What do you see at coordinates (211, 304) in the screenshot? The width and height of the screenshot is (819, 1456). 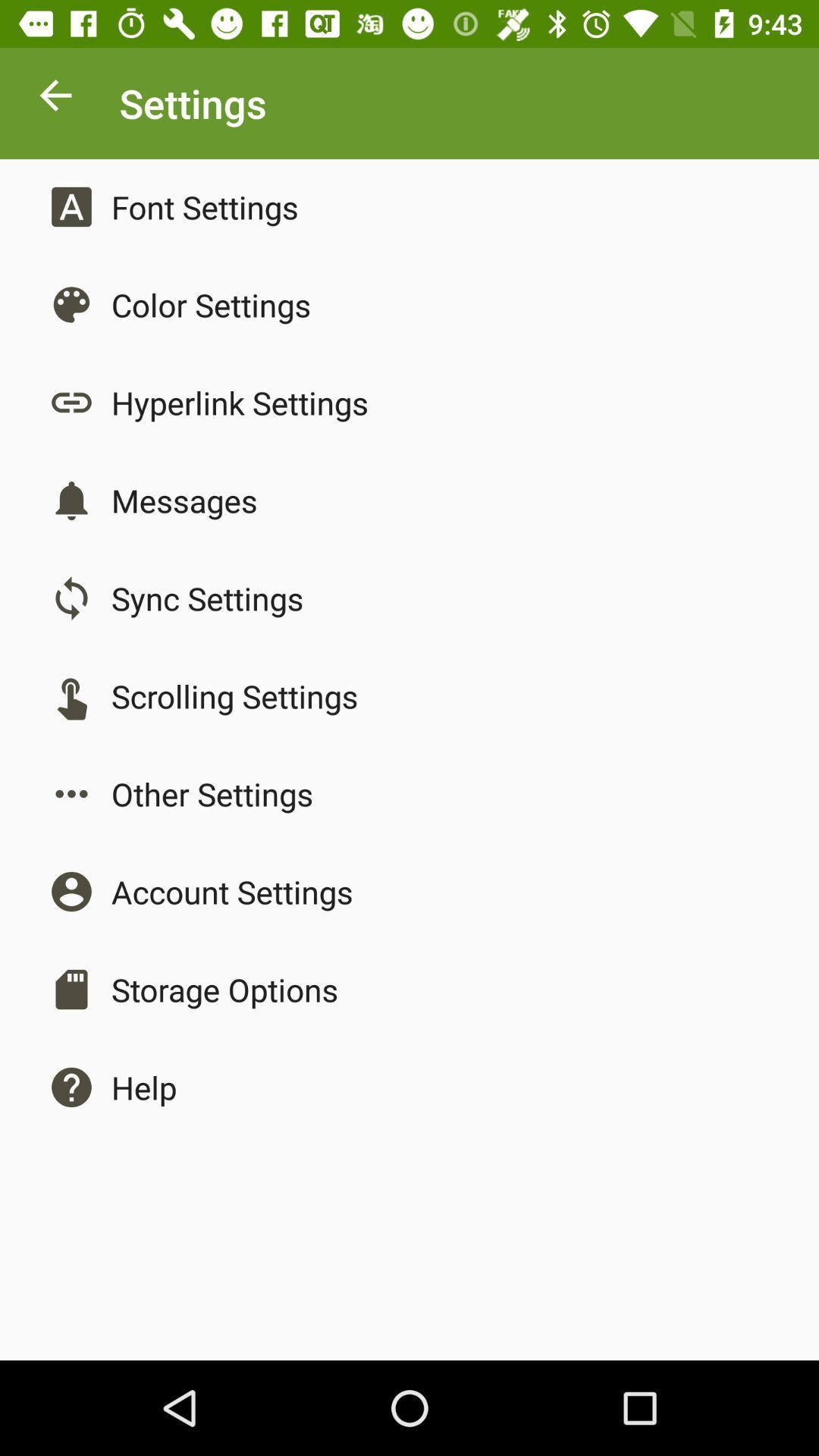 I see `the app below font settings` at bounding box center [211, 304].